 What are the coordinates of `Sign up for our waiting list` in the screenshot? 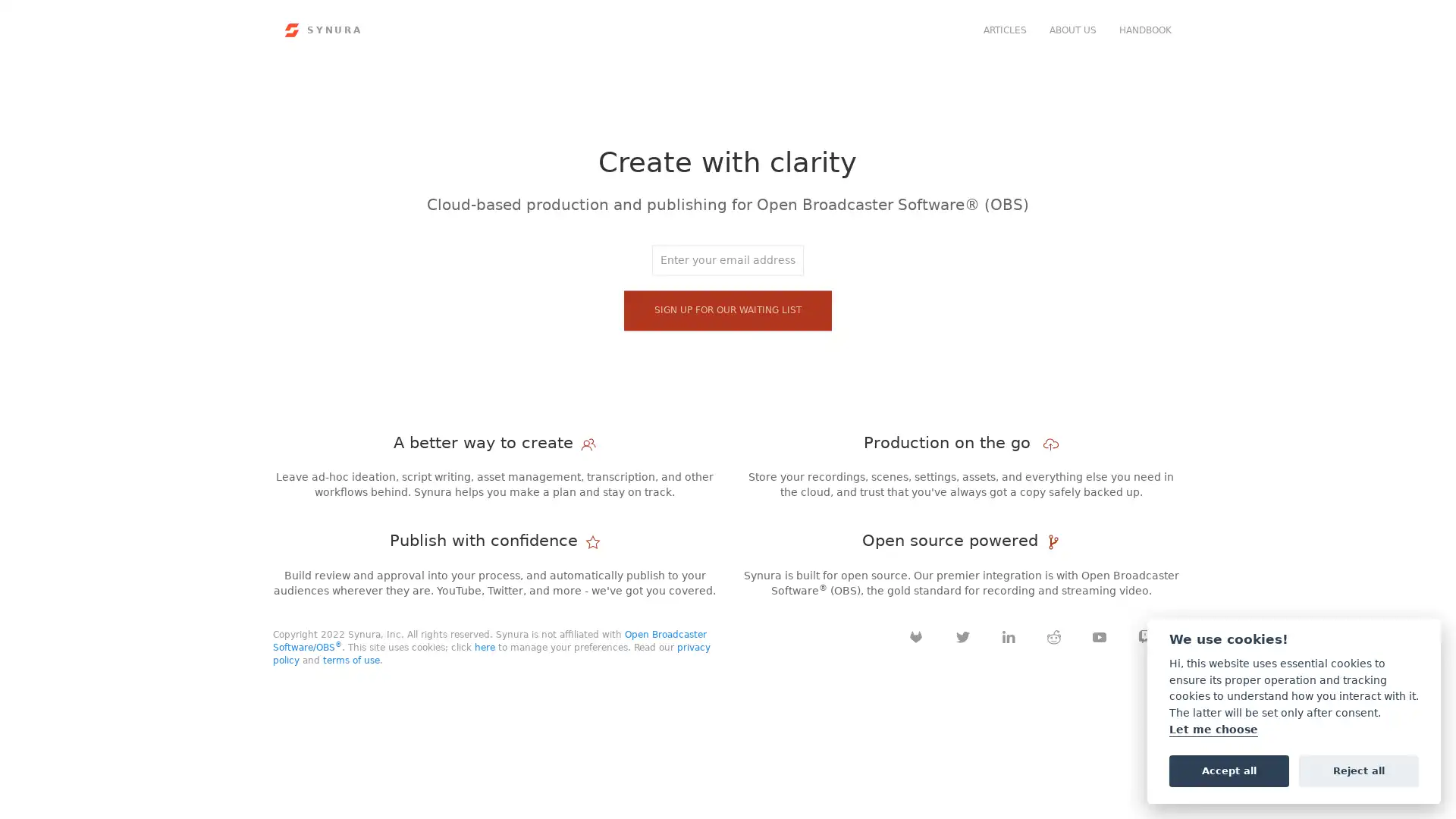 It's located at (726, 309).